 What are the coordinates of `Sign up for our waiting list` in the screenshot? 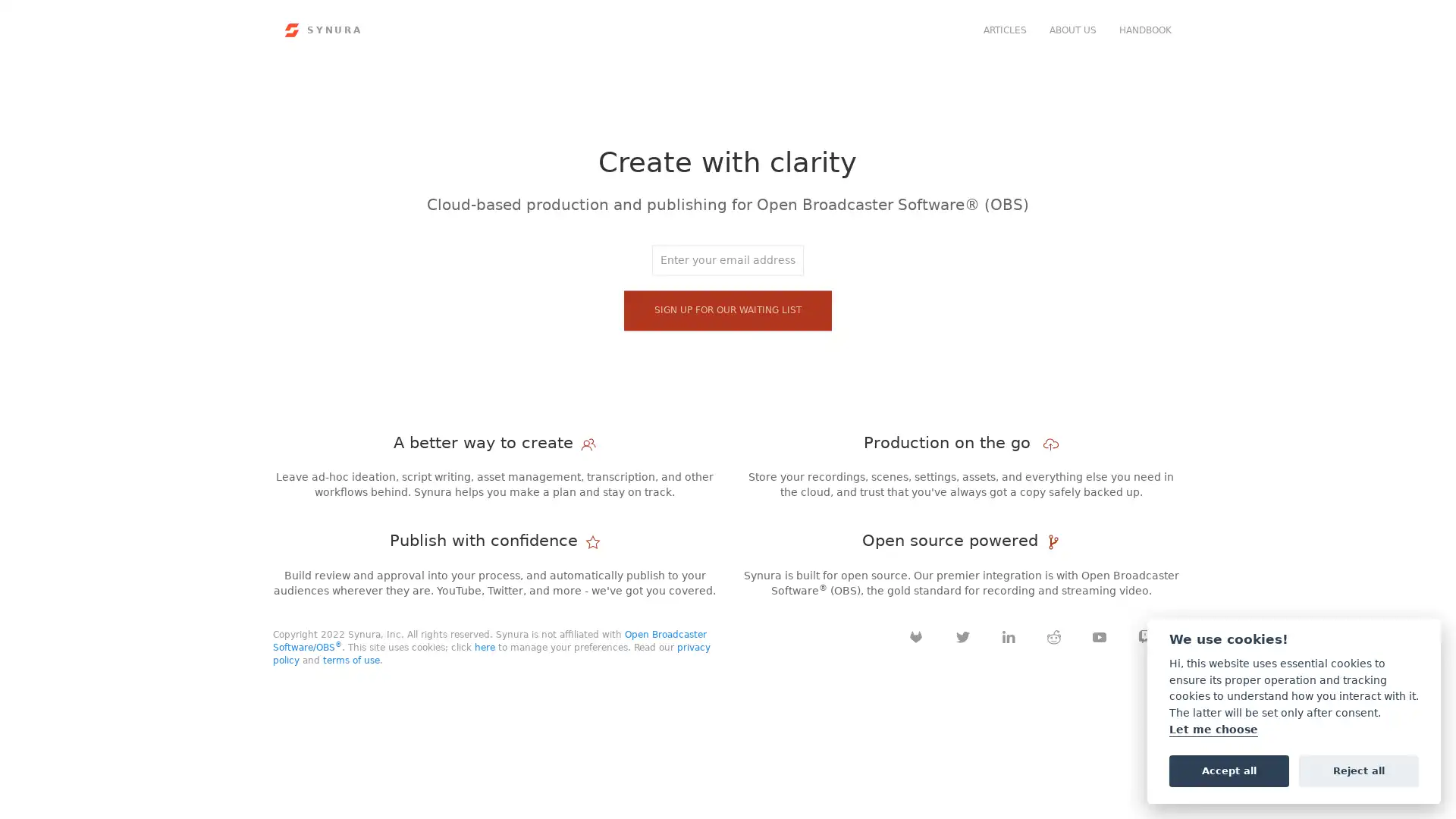 It's located at (726, 309).